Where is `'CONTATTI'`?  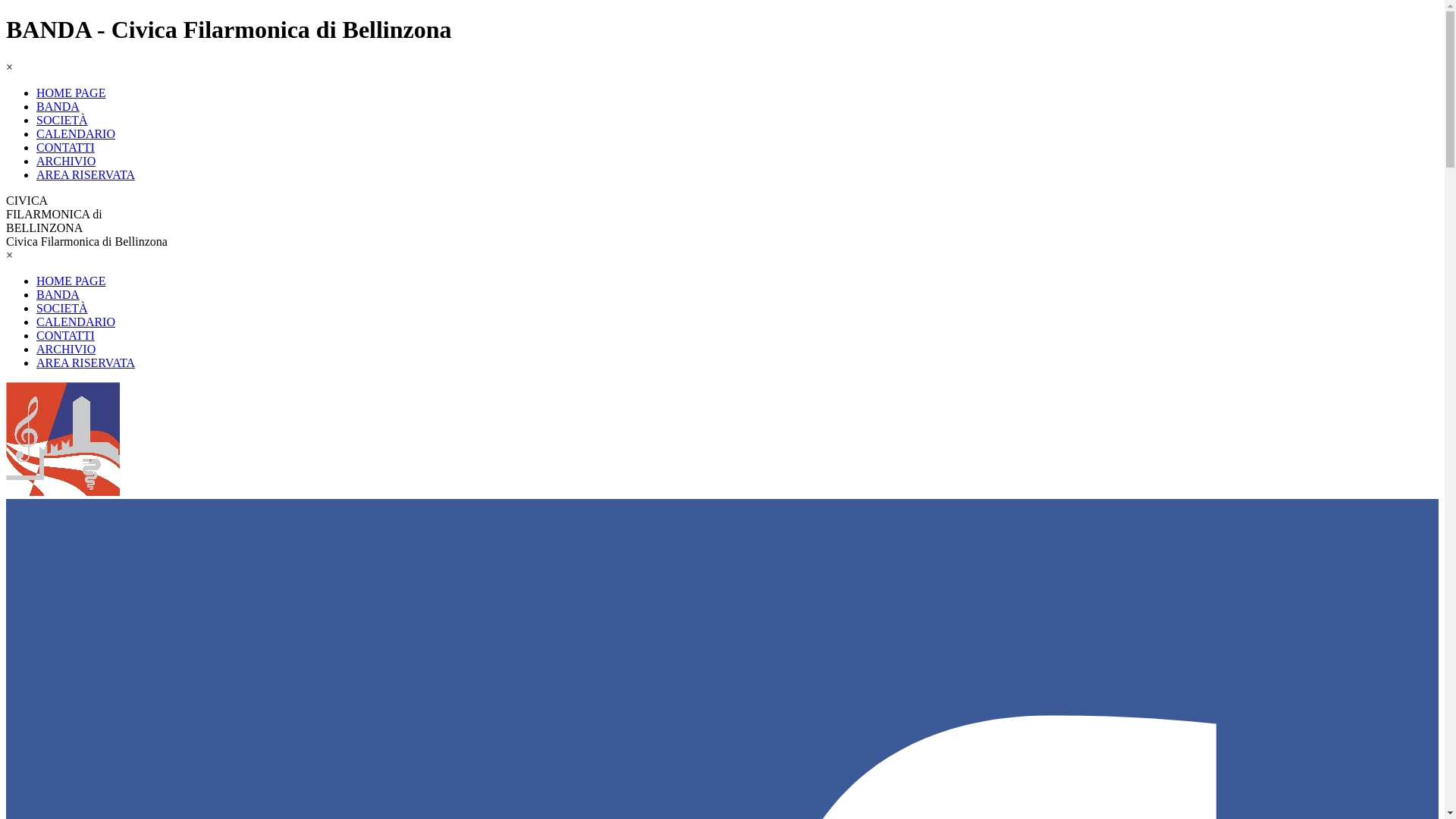 'CONTATTI' is located at coordinates (64, 334).